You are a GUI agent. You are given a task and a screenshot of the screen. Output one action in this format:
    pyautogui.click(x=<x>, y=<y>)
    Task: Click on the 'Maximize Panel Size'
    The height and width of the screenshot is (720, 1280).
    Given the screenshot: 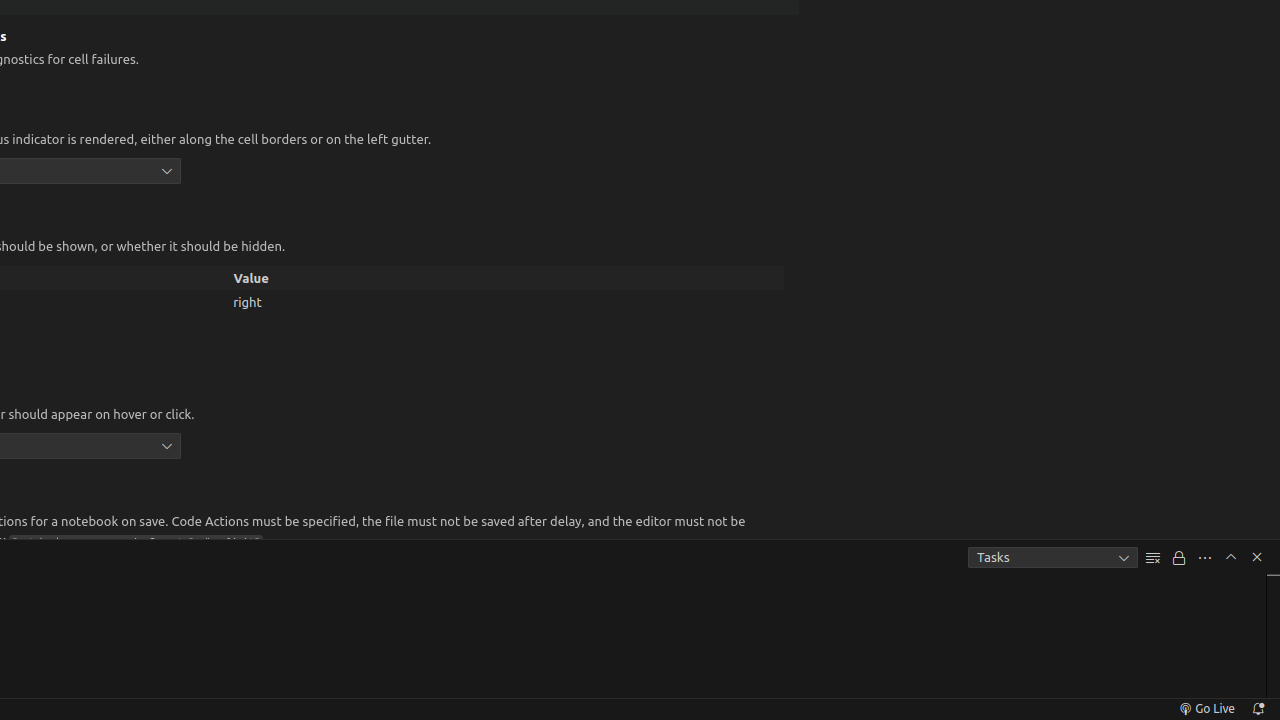 What is the action you would take?
    pyautogui.click(x=1229, y=556)
    